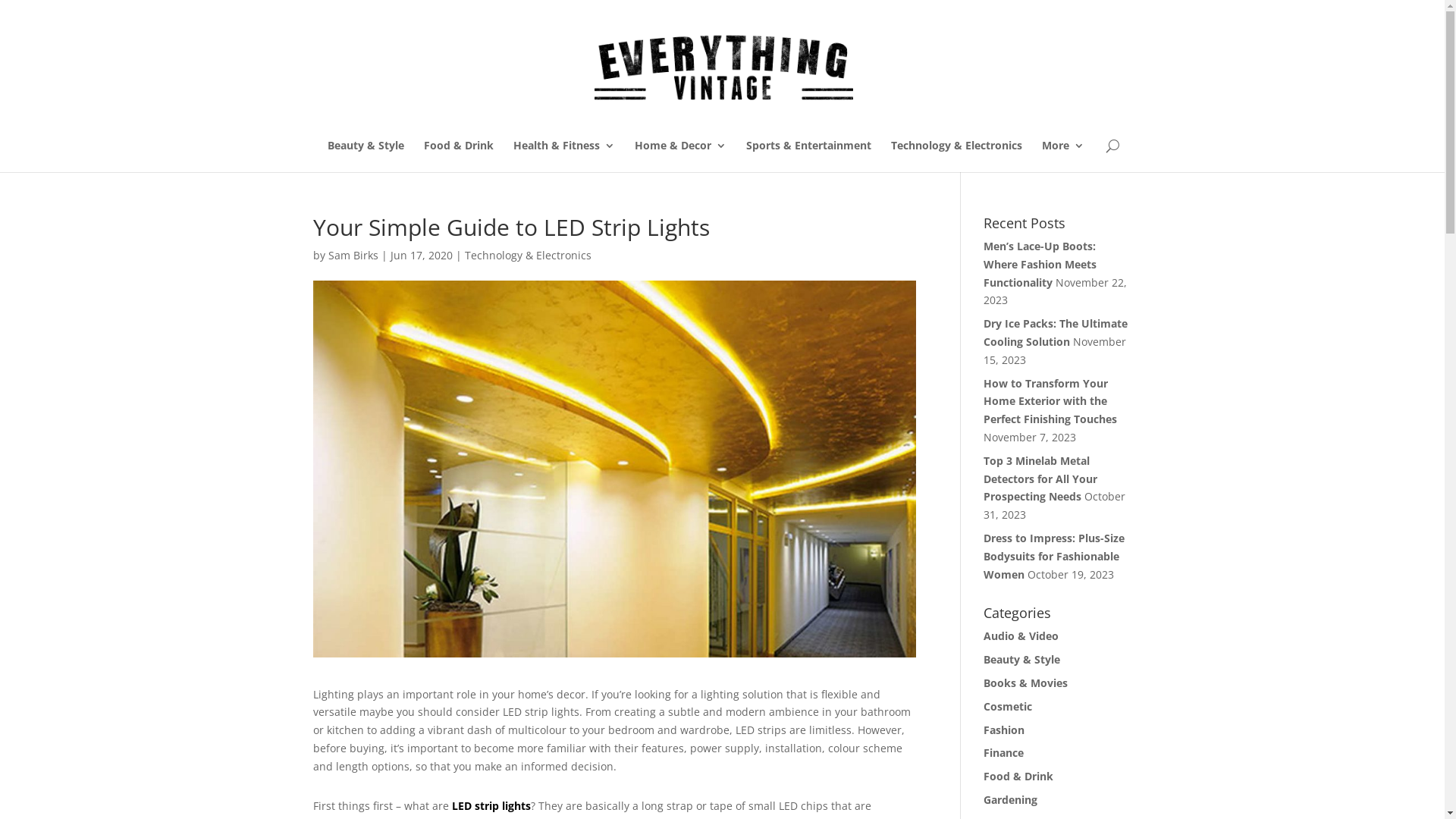  I want to click on 'Audio & Video', so click(1021, 635).